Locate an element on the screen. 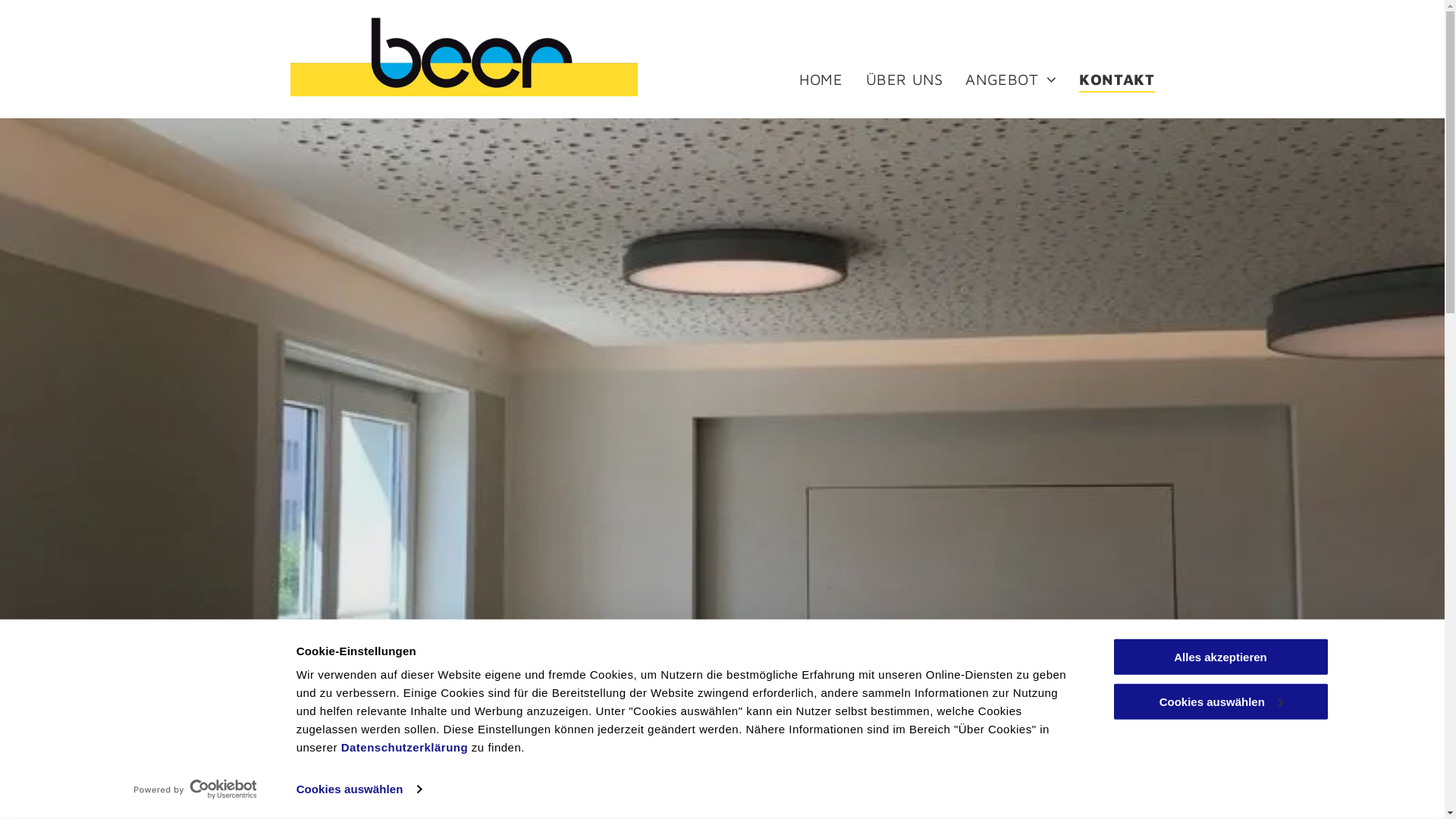  'ANGEBOT' is located at coordinates (999, 81).